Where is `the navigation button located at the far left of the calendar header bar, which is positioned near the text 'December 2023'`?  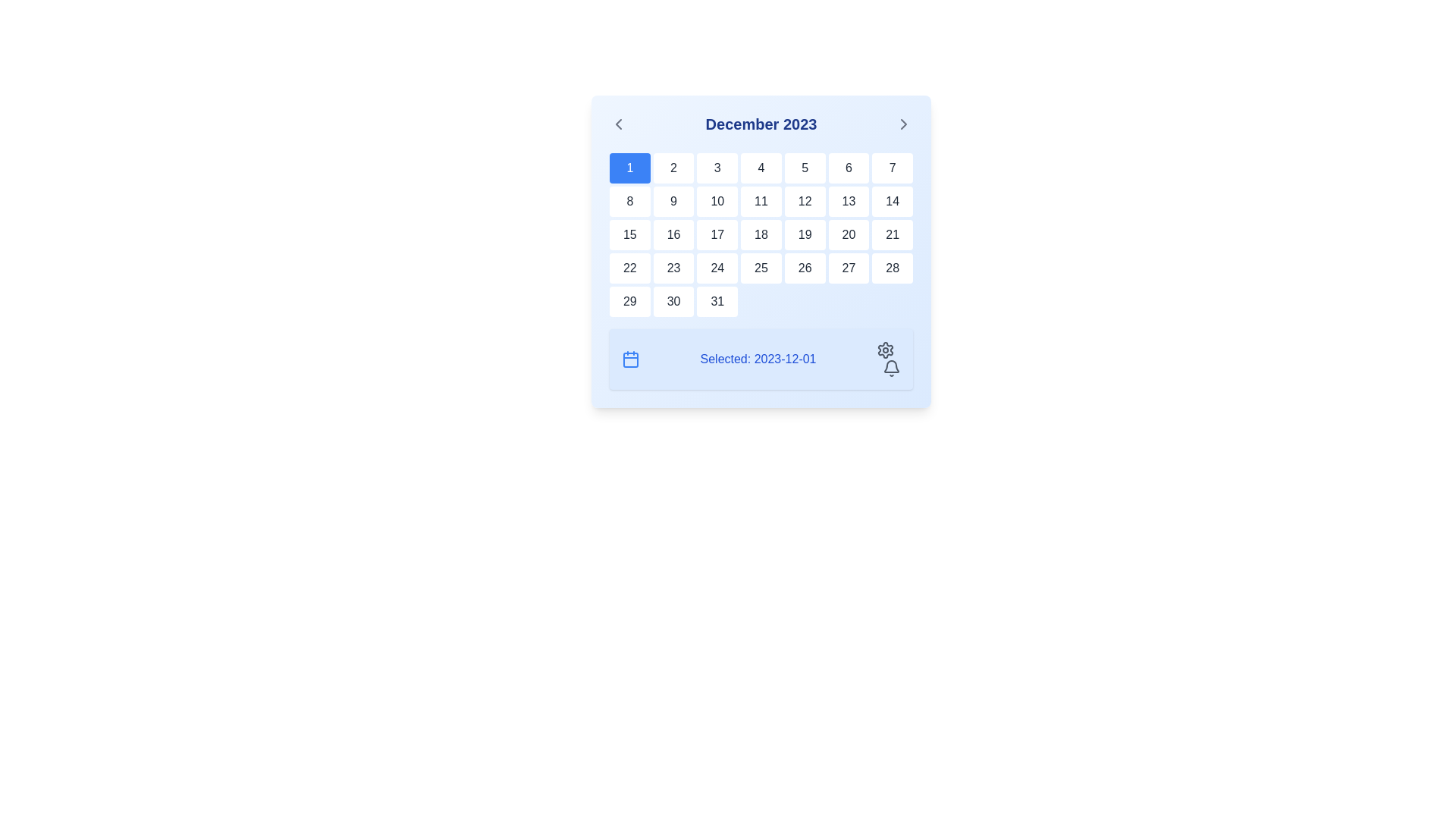
the navigation button located at the far left of the calendar header bar, which is positioned near the text 'December 2023' is located at coordinates (619, 124).